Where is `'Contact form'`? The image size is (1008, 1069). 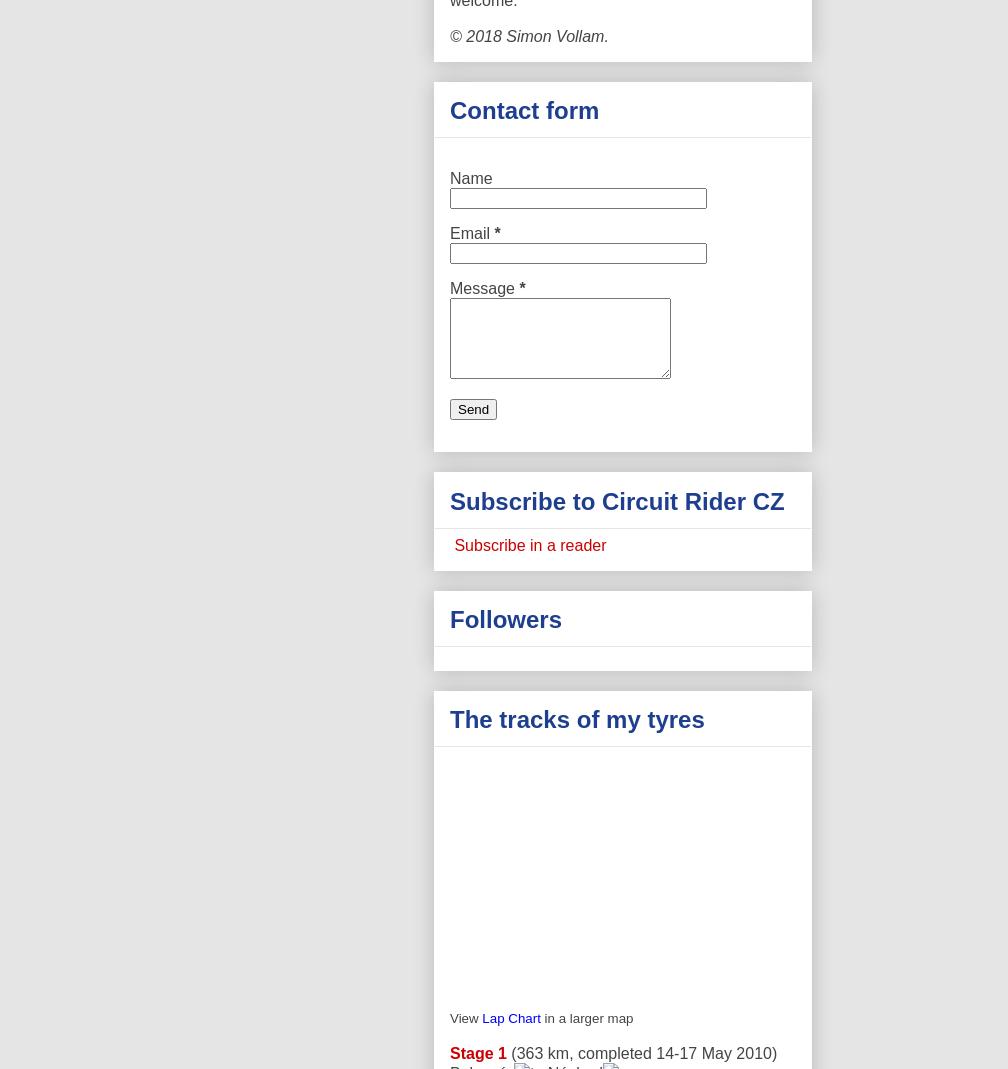 'Contact form' is located at coordinates (524, 110).